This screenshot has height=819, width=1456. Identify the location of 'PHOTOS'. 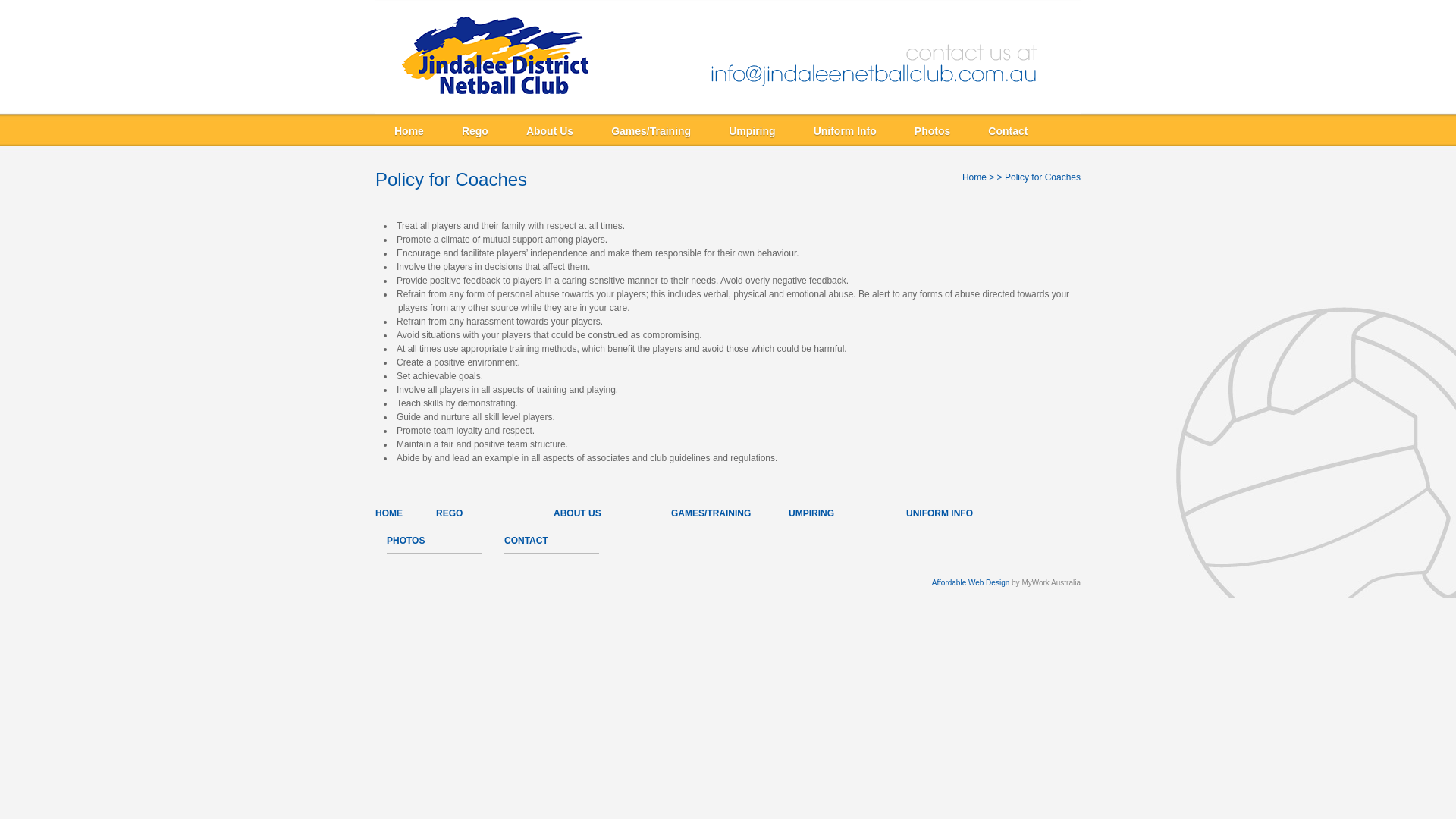
(405, 540).